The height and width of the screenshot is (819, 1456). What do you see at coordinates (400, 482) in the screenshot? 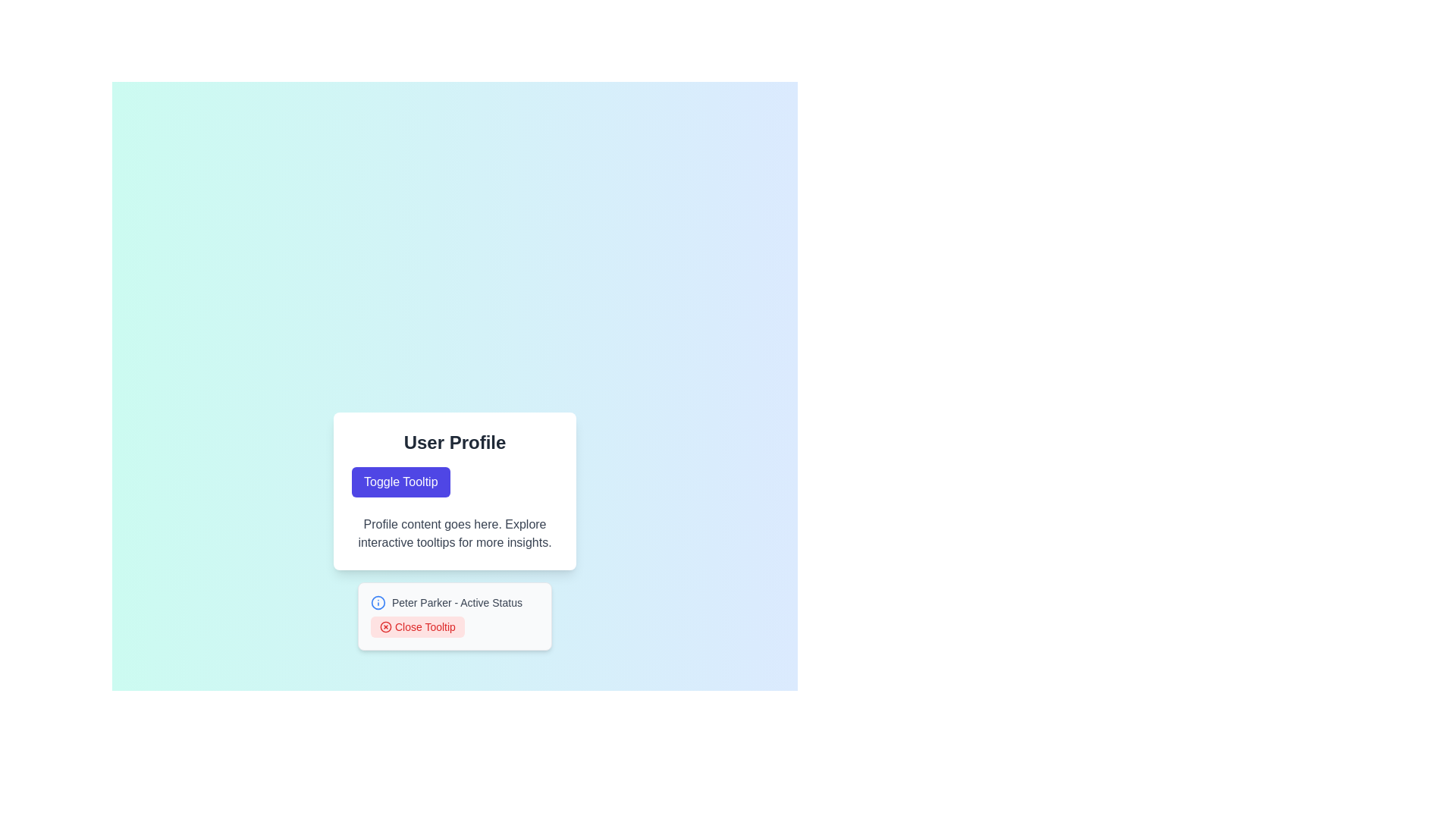
I see `the button located in the 'User Profile' modal` at bounding box center [400, 482].